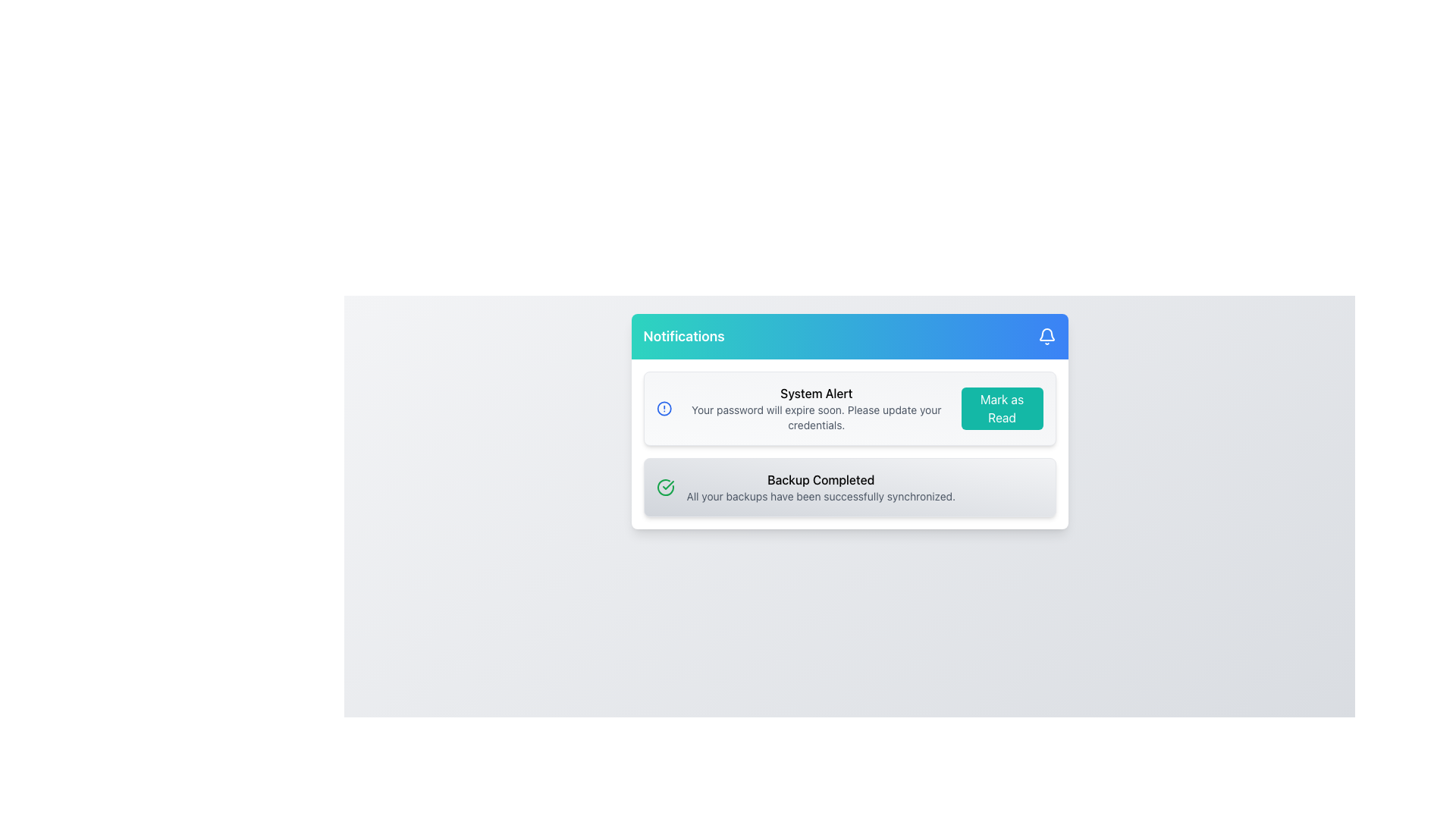 Image resolution: width=1456 pixels, height=819 pixels. What do you see at coordinates (1046, 335) in the screenshot?
I see `the bell icon in the top-right corner of the notifications panel header, which serves as a notification indicator` at bounding box center [1046, 335].